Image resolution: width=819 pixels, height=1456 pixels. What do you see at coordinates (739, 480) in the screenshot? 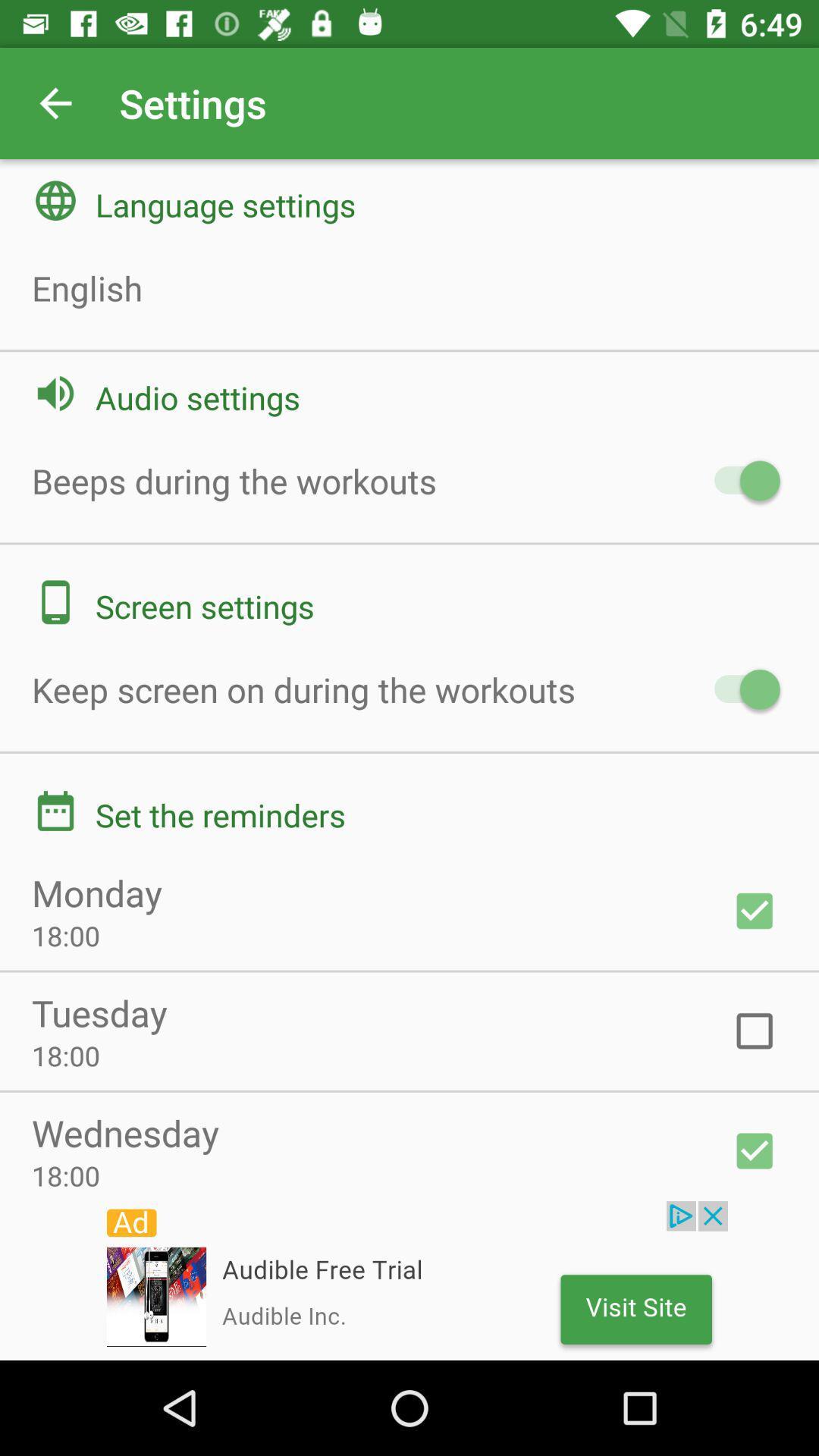
I see `set your audio adjust` at bounding box center [739, 480].